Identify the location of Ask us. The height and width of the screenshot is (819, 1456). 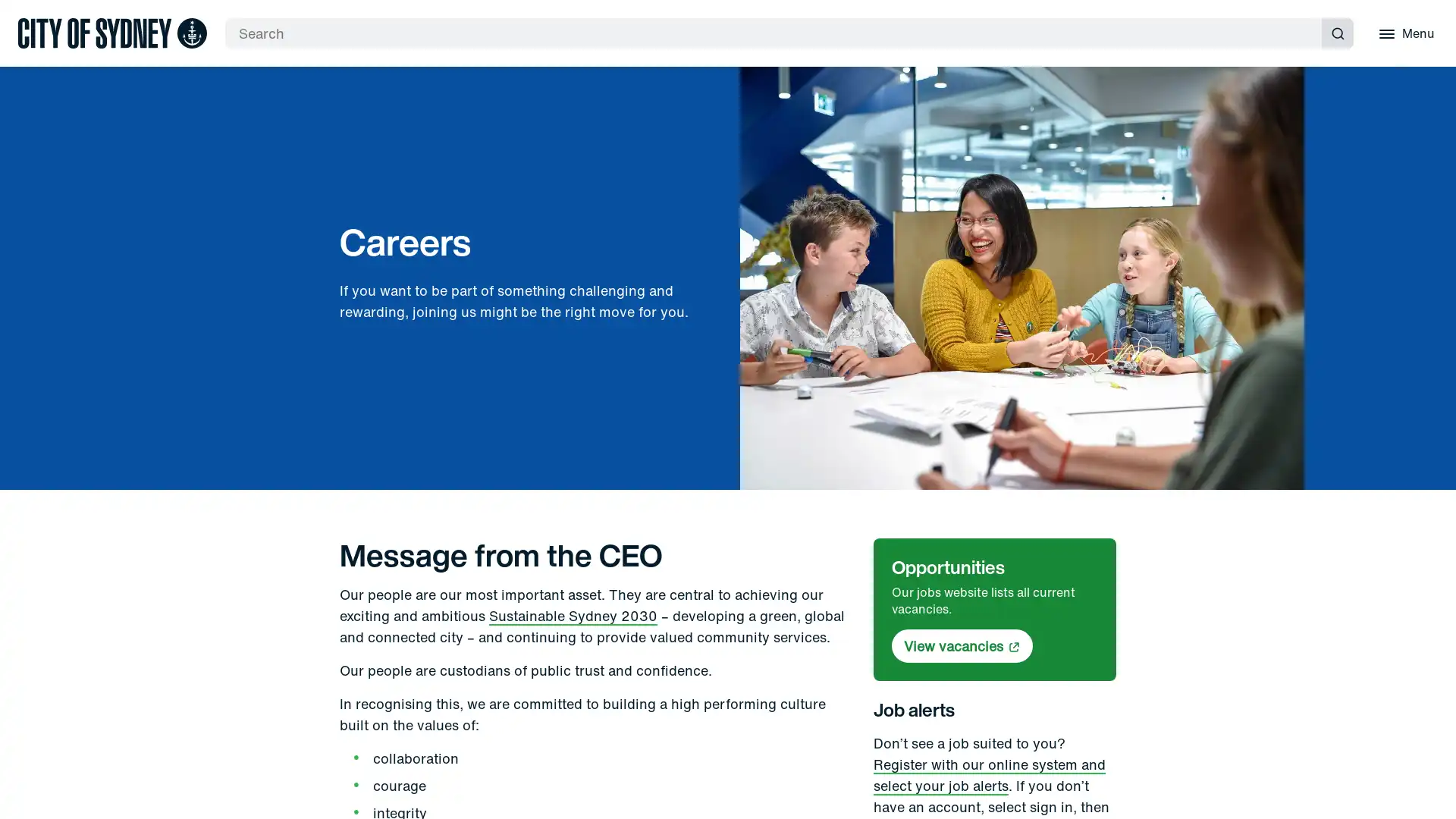
(1439, 409).